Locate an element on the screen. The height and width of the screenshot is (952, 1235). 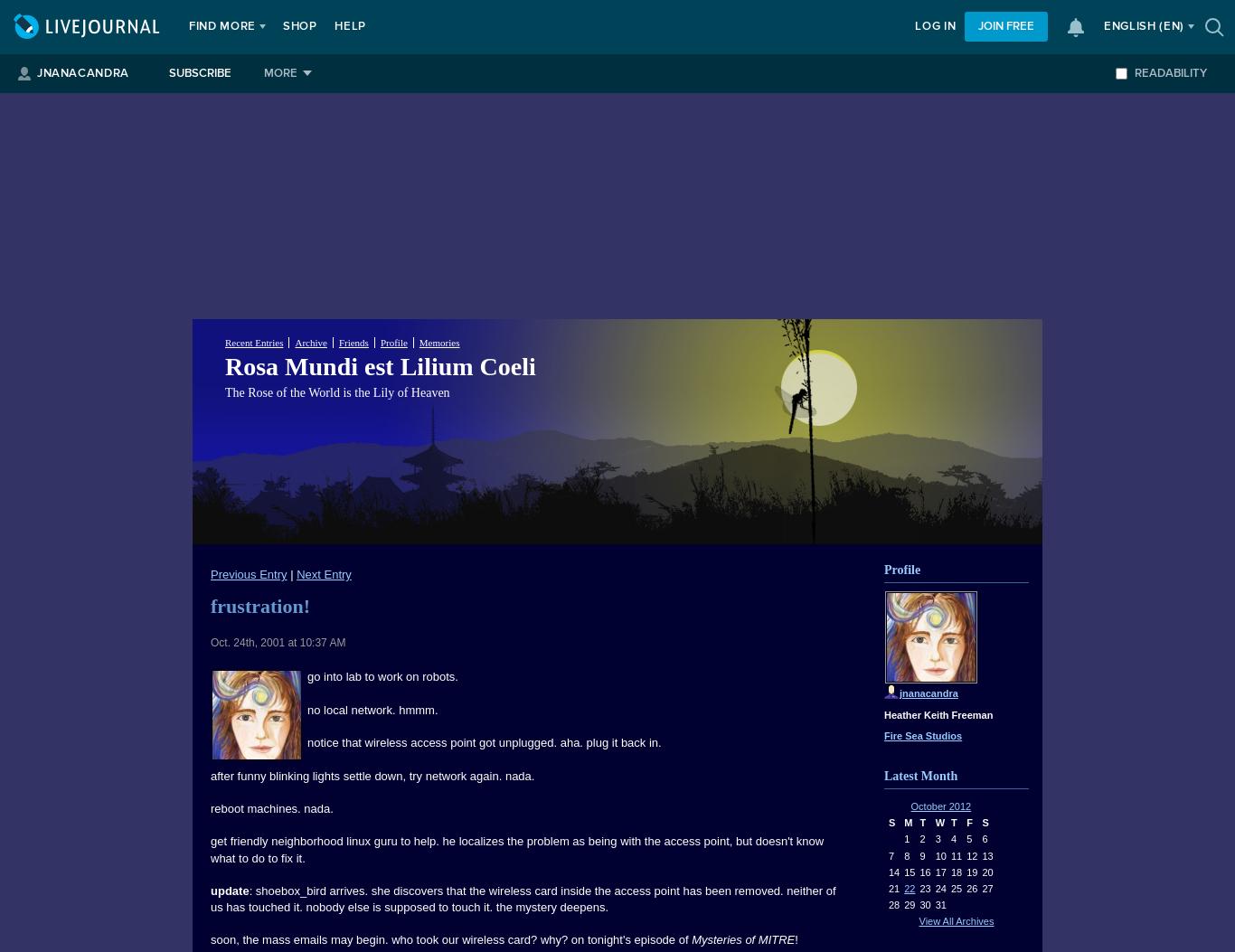
'23' is located at coordinates (924, 888).